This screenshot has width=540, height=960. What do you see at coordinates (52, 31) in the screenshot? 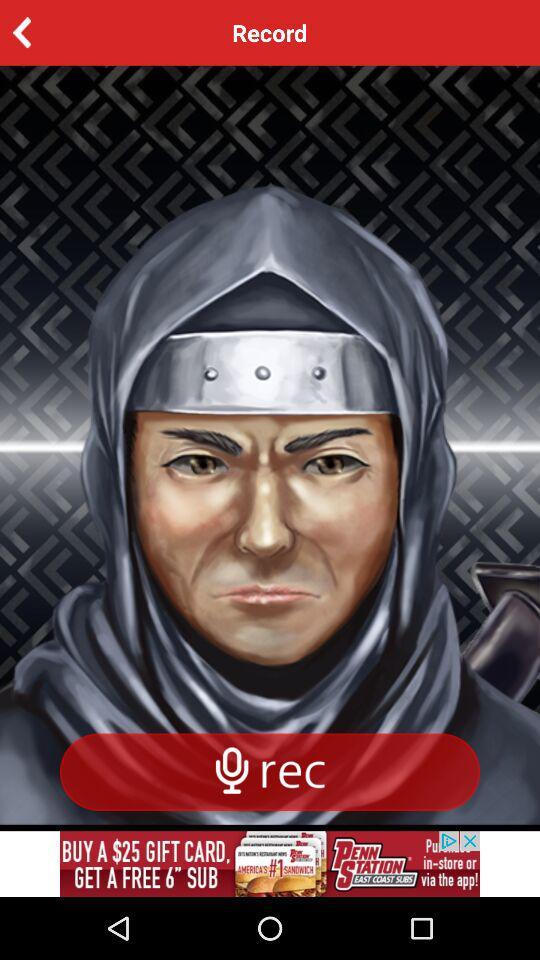
I see `previous` at bounding box center [52, 31].